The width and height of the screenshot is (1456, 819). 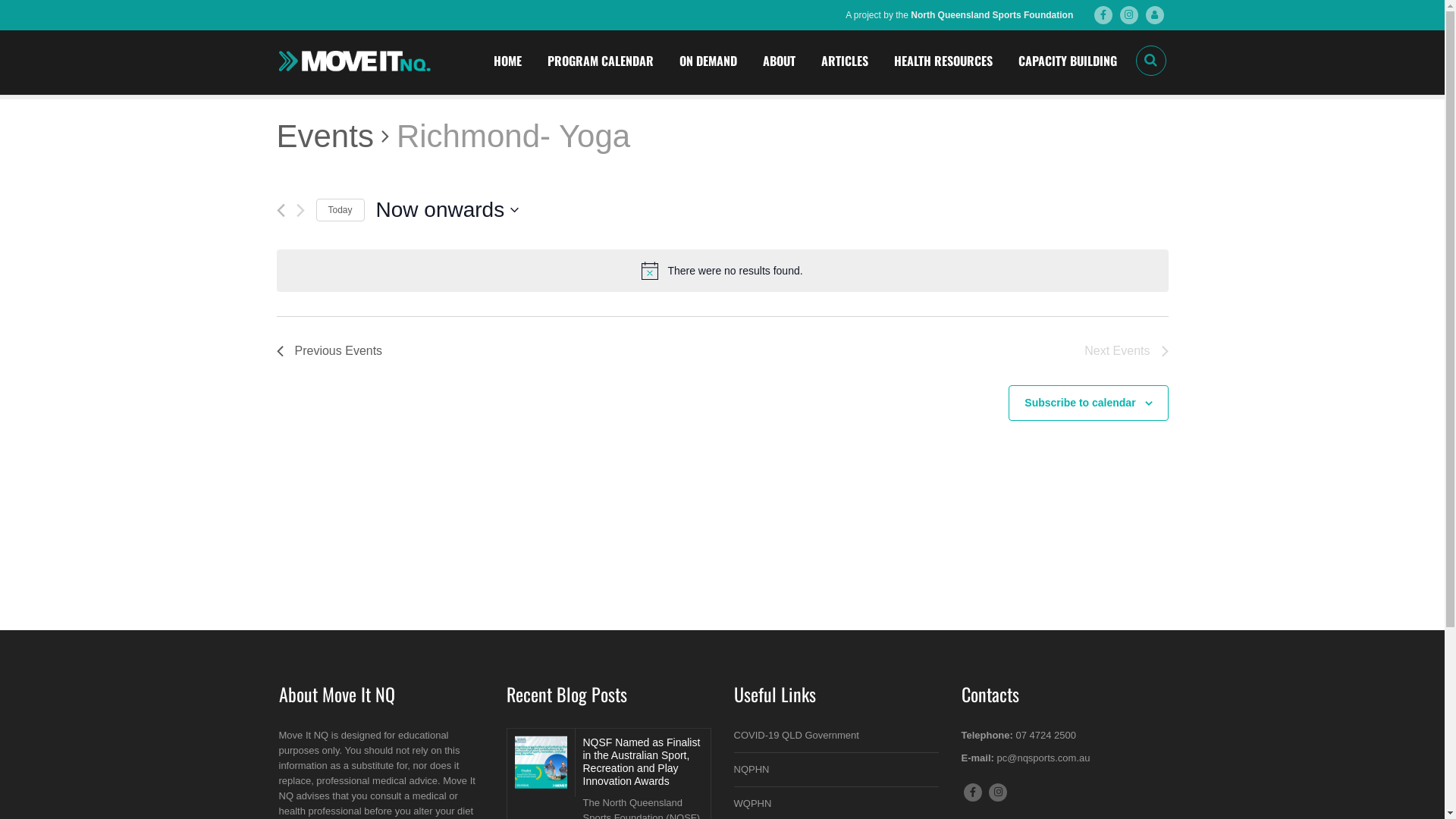 What do you see at coordinates (1125, 350) in the screenshot?
I see `'Next Events'` at bounding box center [1125, 350].